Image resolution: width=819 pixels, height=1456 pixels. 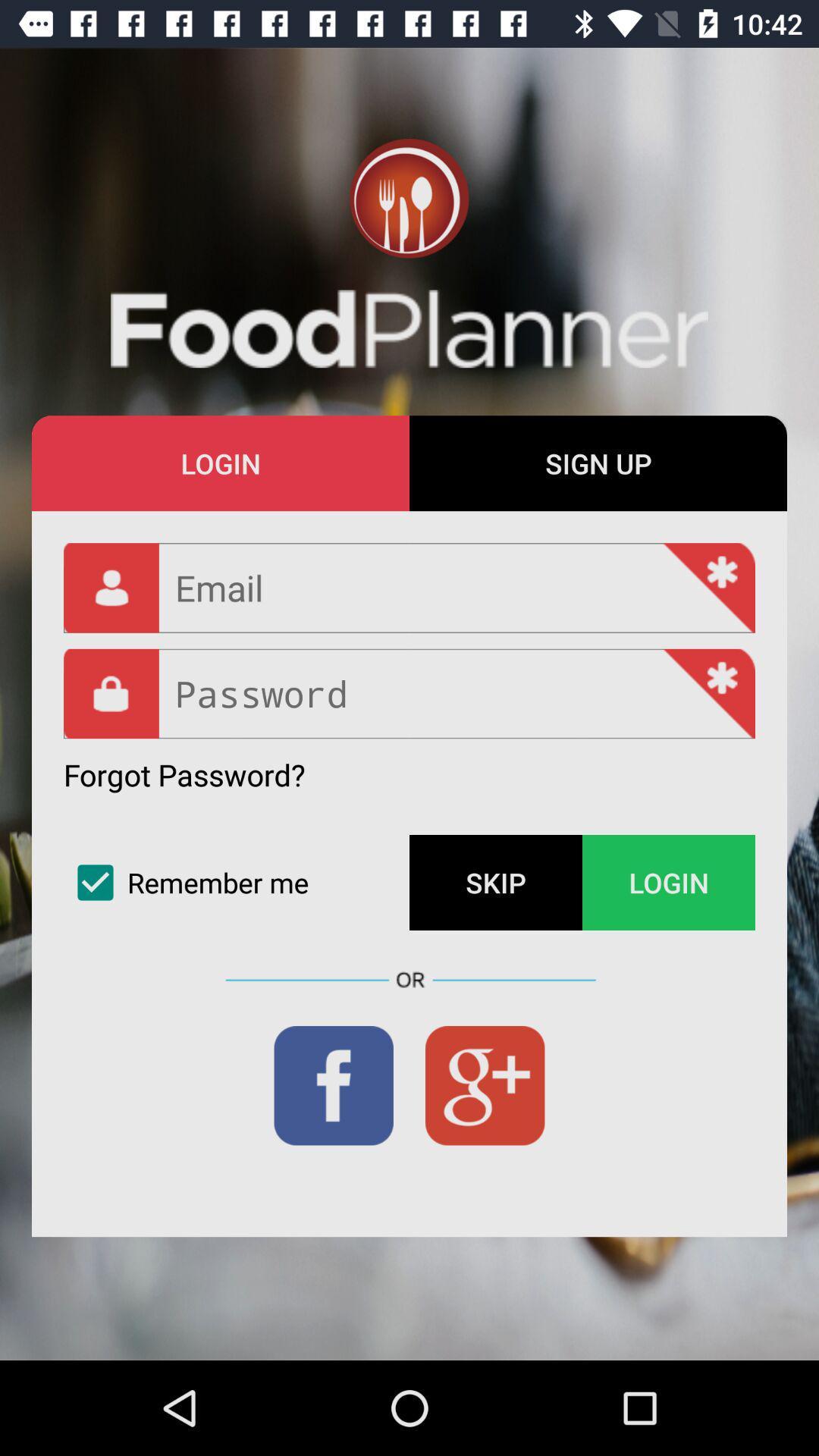 I want to click on the facebook icon, so click(x=333, y=1084).